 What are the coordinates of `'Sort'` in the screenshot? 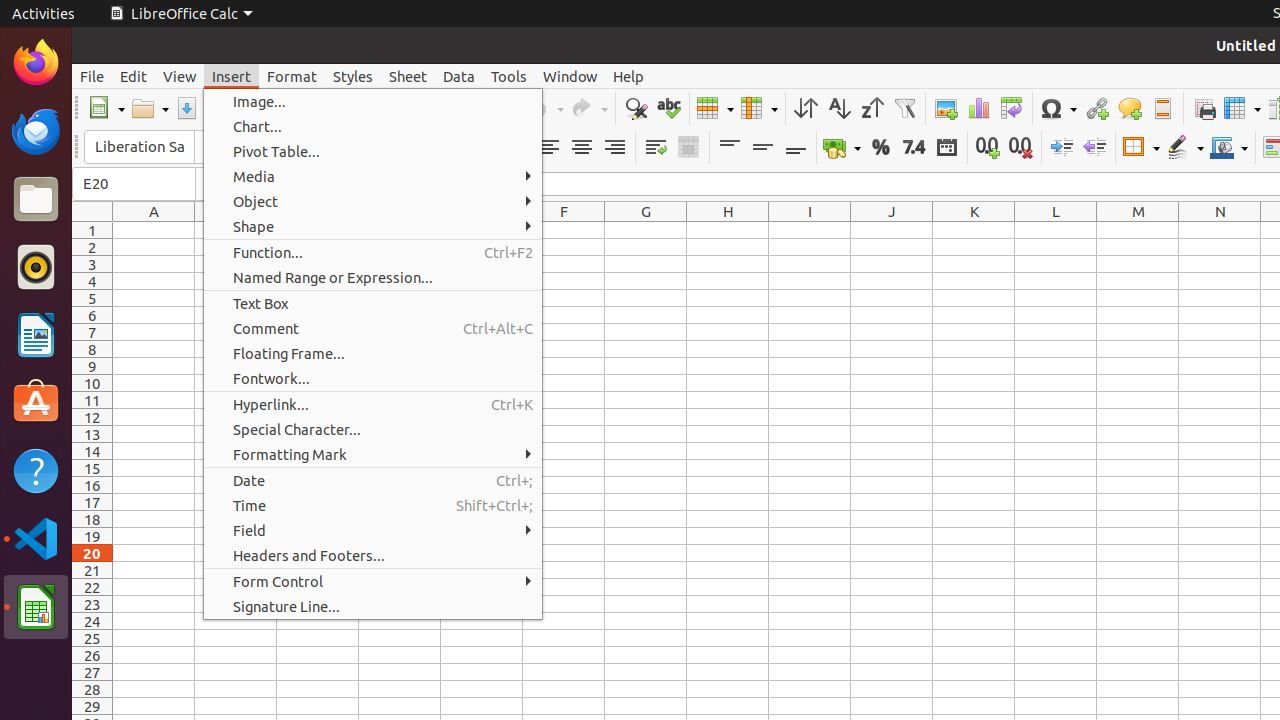 It's located at (805, 108).